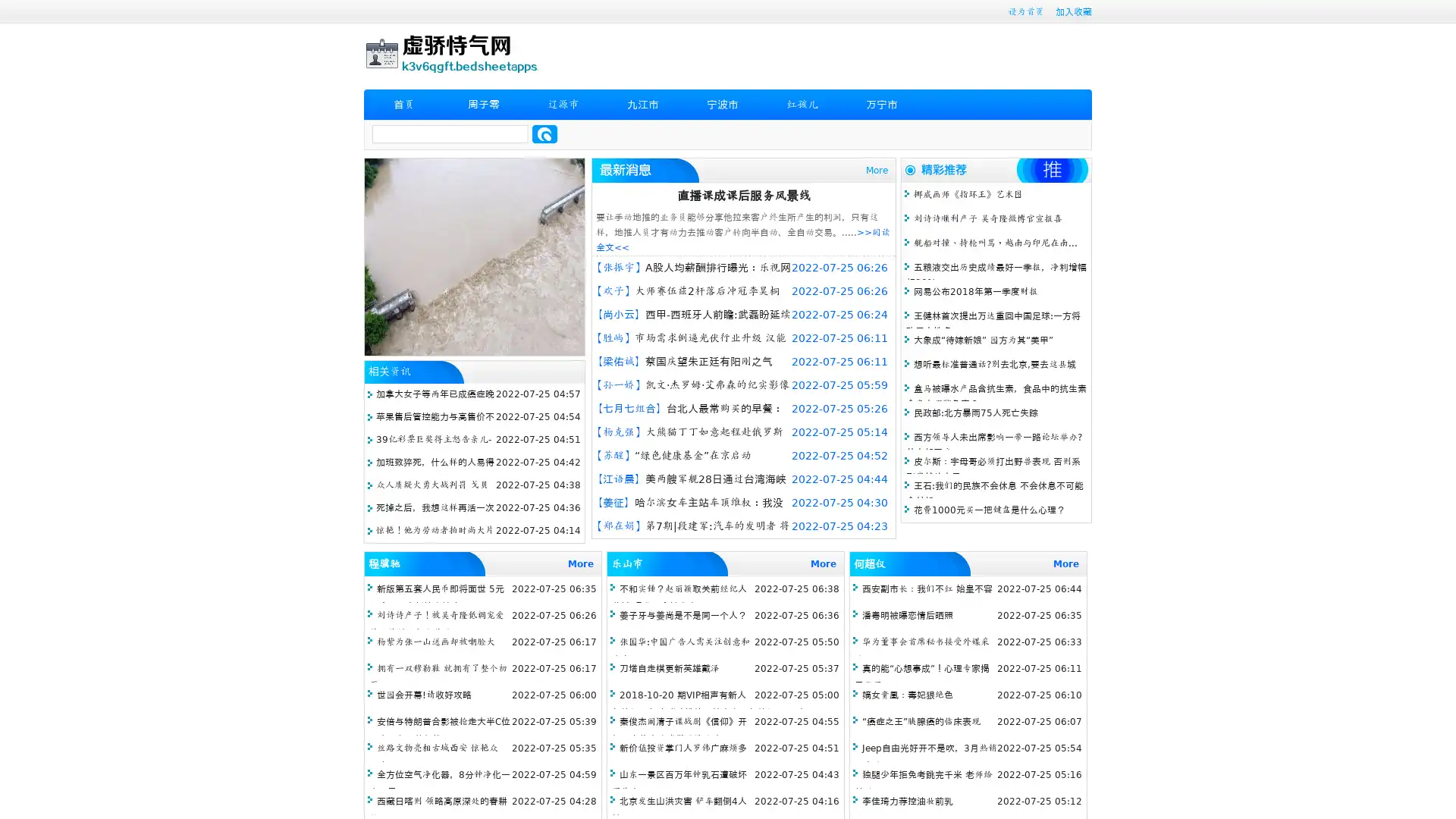  Describe the element at coordinates (544, 133) in the screenshot. I see `Search` at that location.